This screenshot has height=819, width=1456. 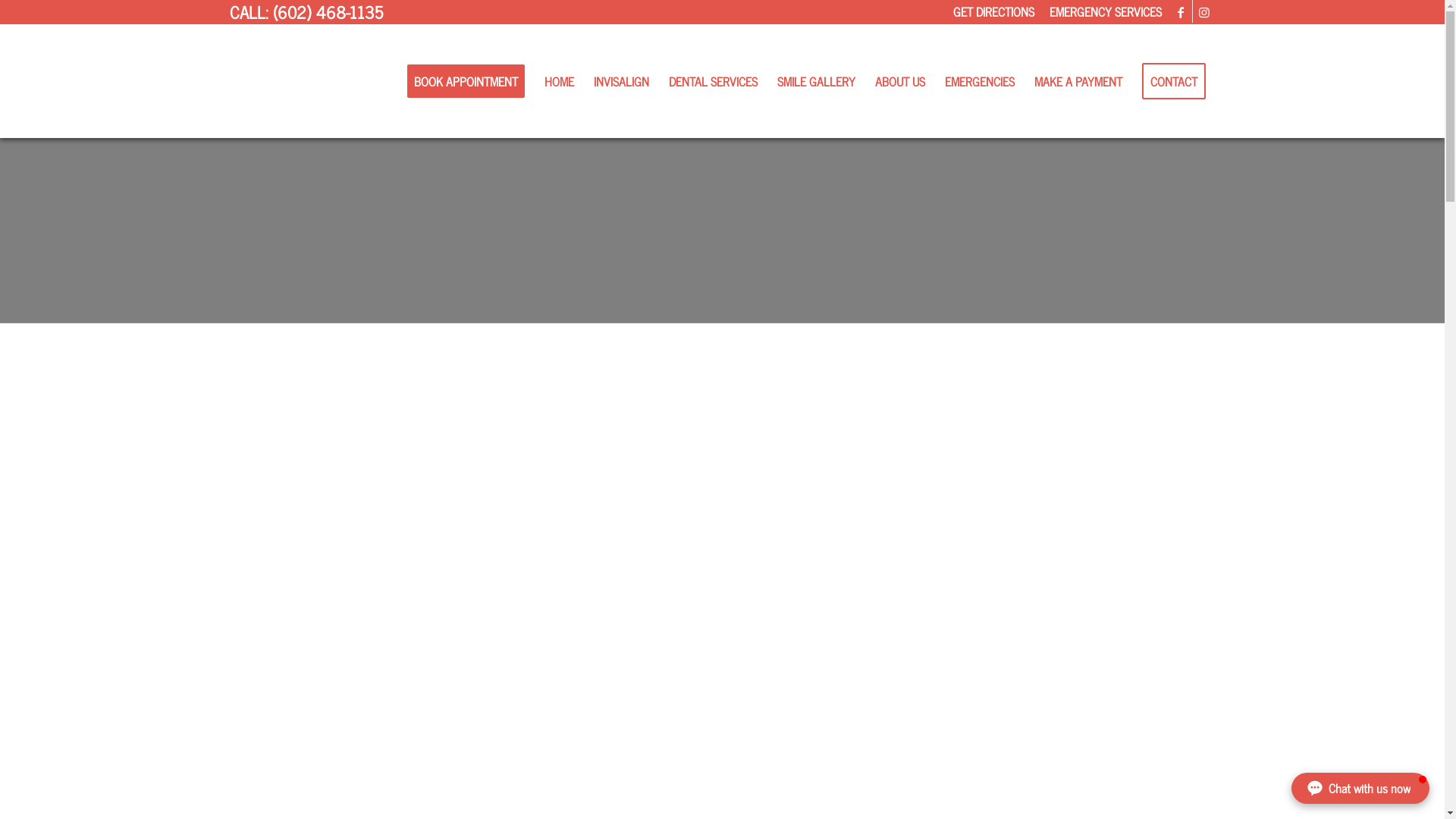 I want to click on 'ABOUT US', so click(x=899, y=81).